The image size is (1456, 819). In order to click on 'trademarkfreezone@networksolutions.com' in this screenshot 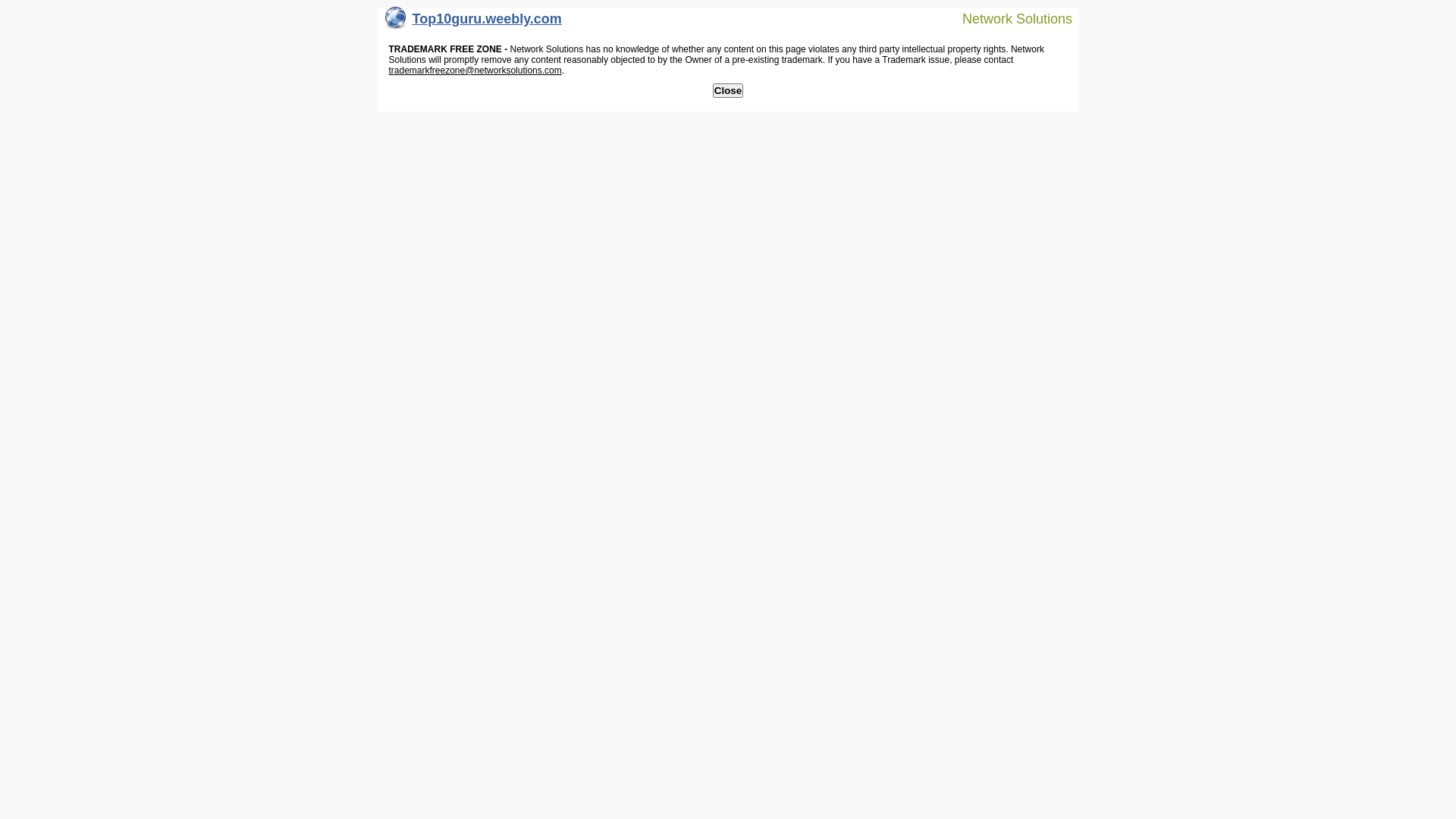, I will do `click(388, 70)`.